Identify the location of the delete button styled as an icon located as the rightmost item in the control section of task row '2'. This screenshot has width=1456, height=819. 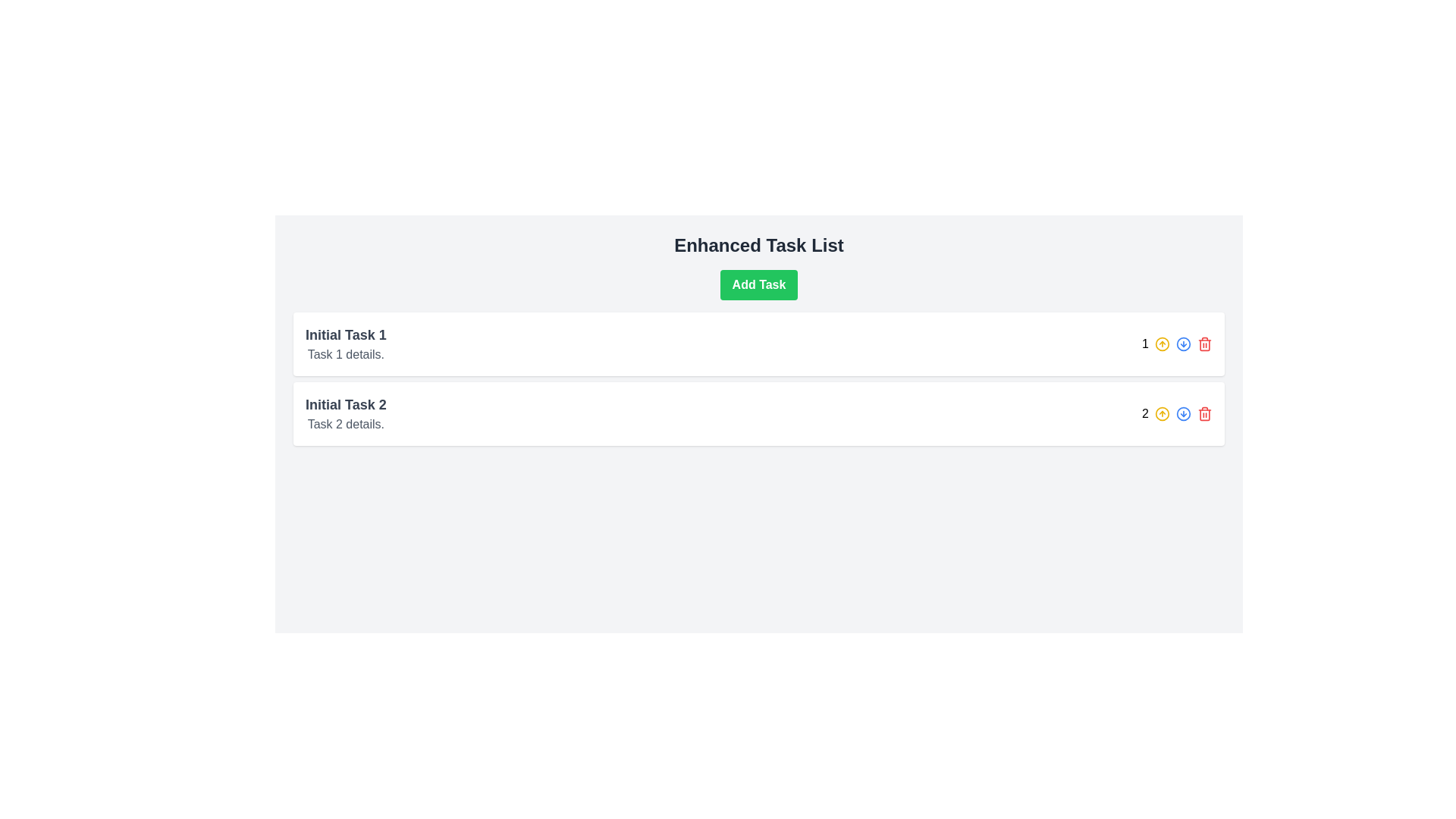
(1203, 414).